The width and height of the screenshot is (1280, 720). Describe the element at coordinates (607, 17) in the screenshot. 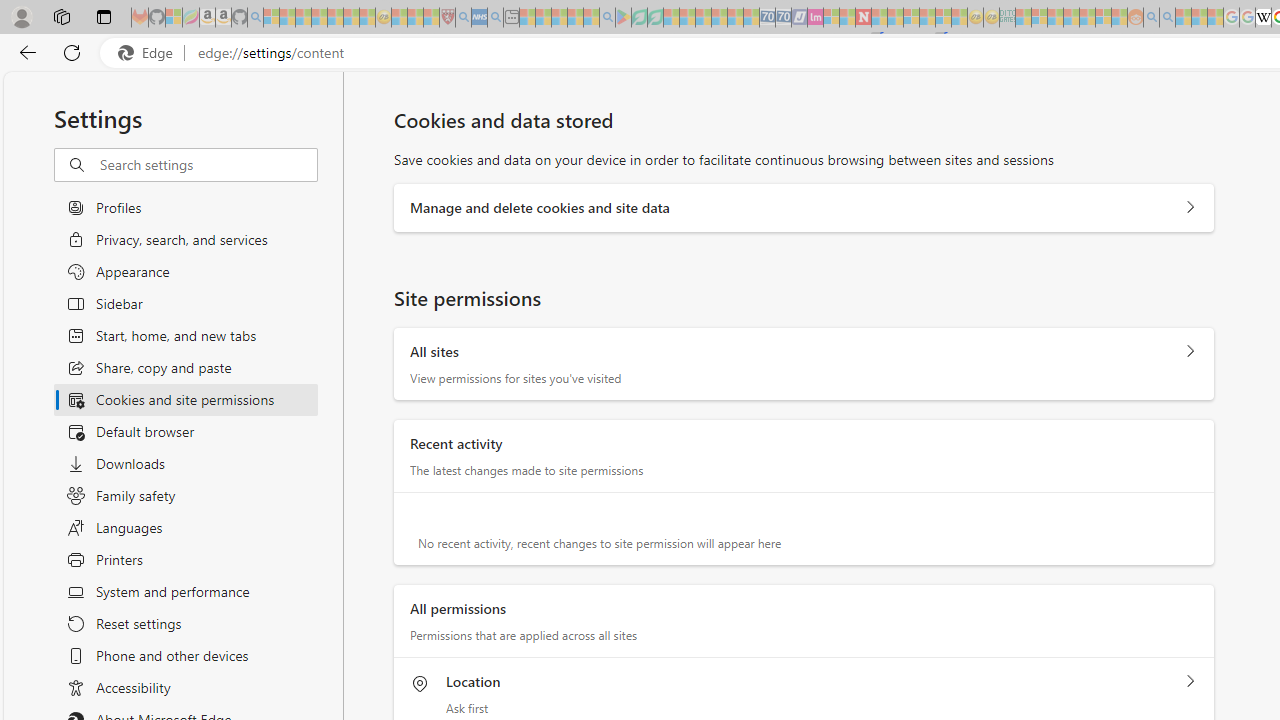

I see `'google - Search - Sleeping'` at that location.